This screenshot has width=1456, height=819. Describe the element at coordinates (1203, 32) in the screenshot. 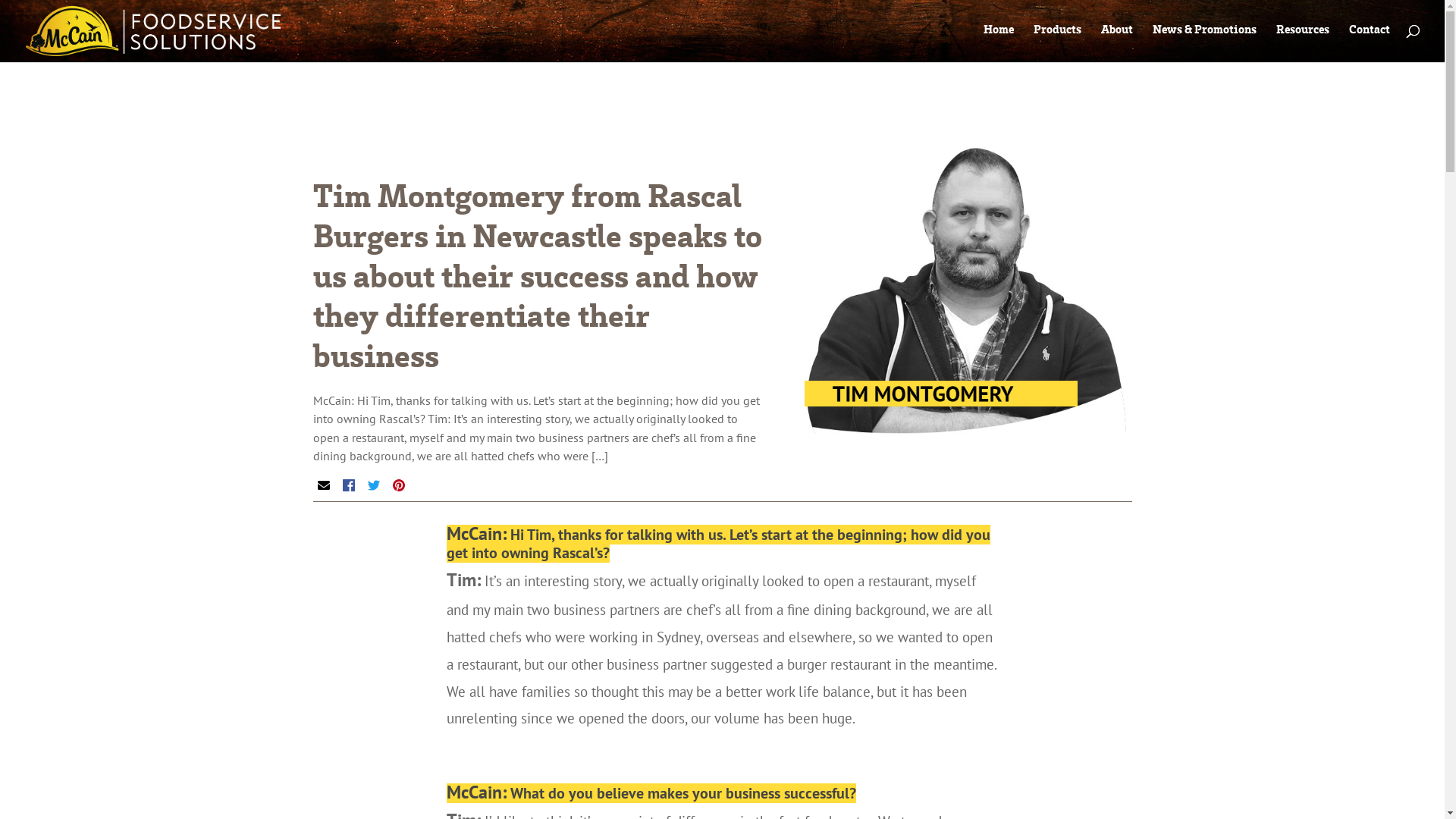

I see `'News & Promotions'` at that location.